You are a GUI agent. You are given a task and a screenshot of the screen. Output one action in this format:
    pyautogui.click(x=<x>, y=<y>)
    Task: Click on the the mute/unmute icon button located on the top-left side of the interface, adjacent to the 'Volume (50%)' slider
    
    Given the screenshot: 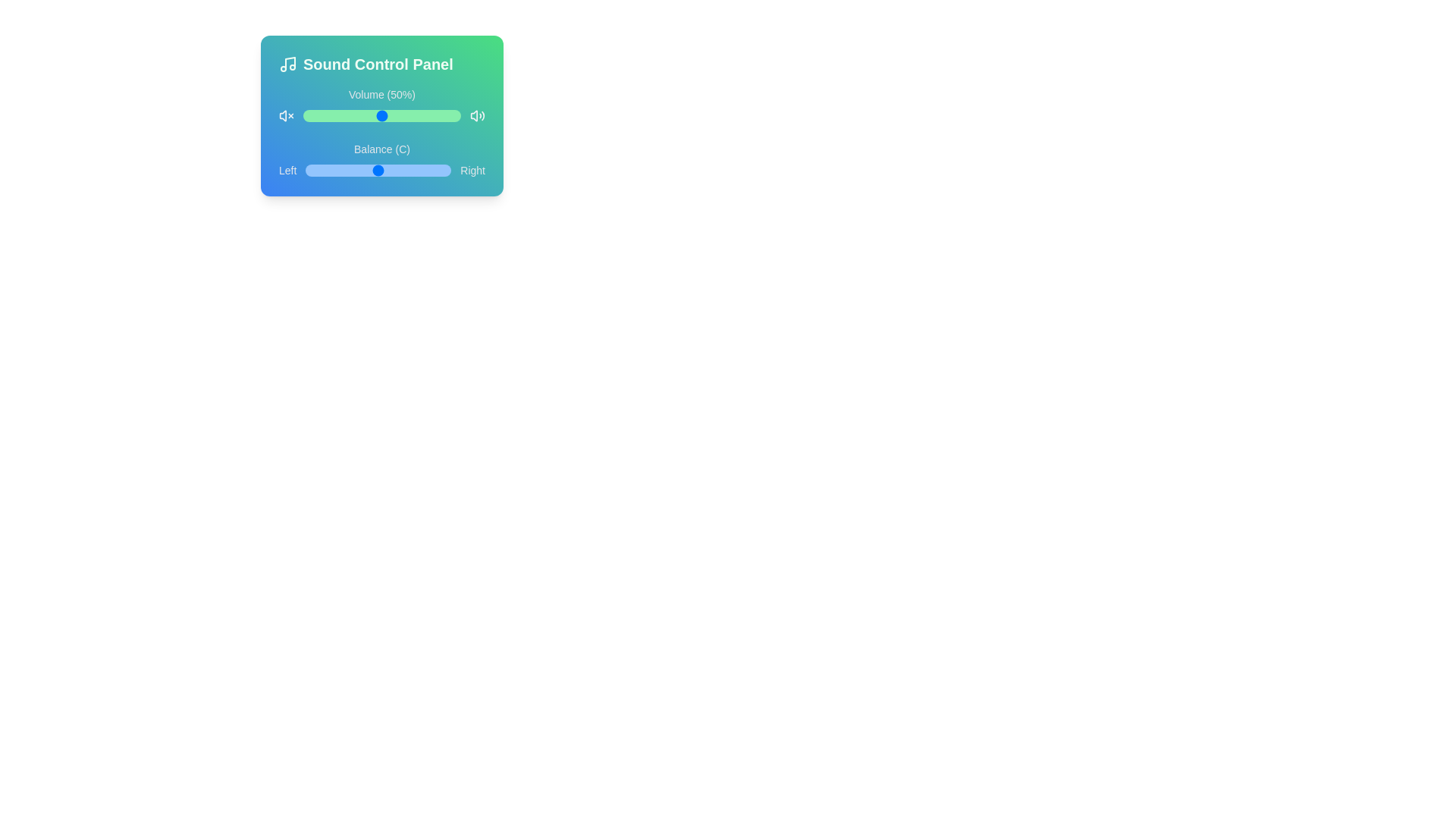 What is the action you would take?
    pyautogui.click(x=283, y=115)
    